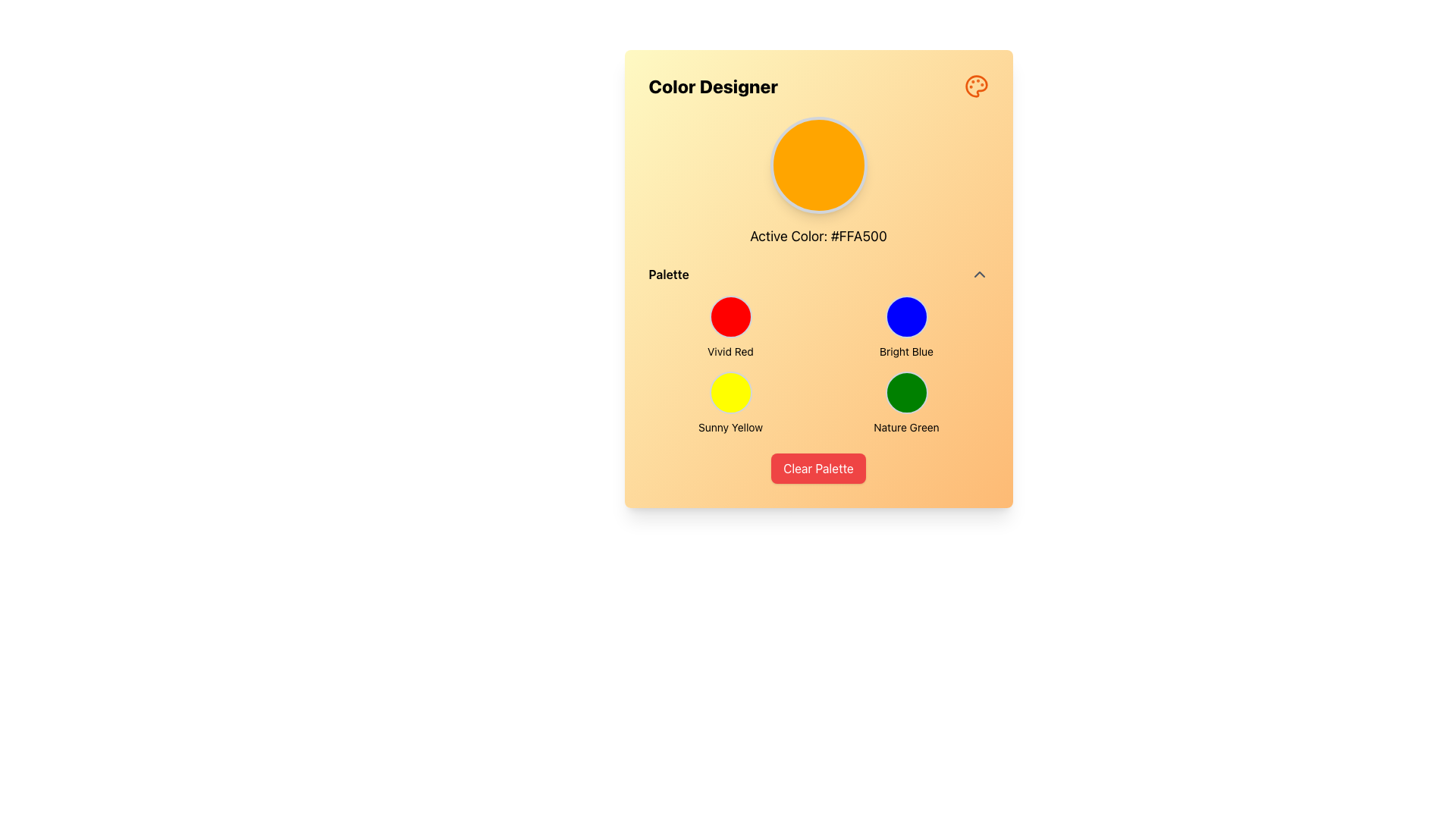  What do you see at coordinates (730, 427) in the screenshot?
I see `text label 'Sunny Yellow' which is styled in black text and located below the yellow circular color swatch in the palette selector UI` at bounding box center [730, 427].